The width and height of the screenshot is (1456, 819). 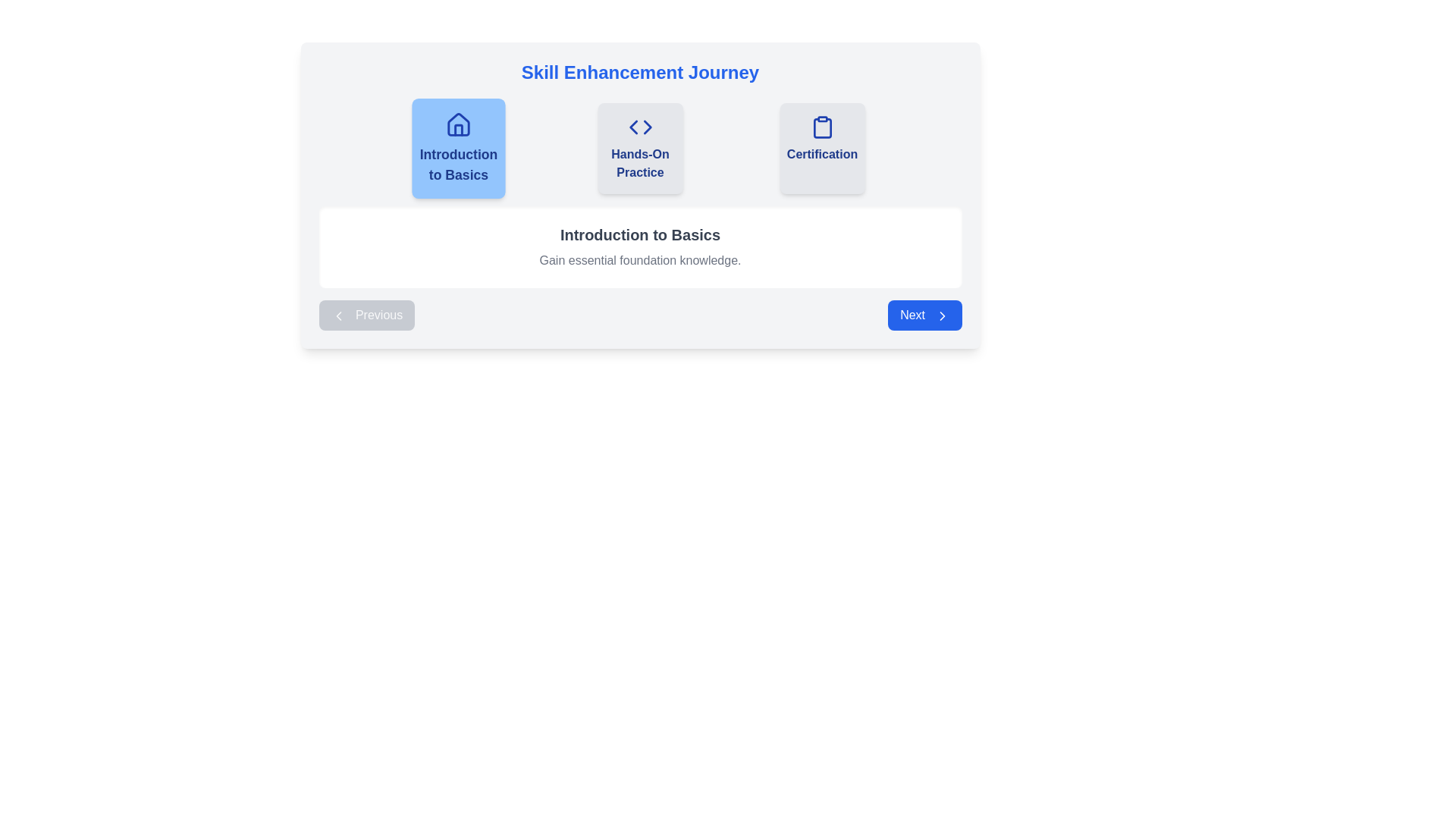 I want to click on the house icon located within the blue-tinted card titled 'Introduction to Basics' in the top-left quadrant of the interface, so click(x=457, y=129).